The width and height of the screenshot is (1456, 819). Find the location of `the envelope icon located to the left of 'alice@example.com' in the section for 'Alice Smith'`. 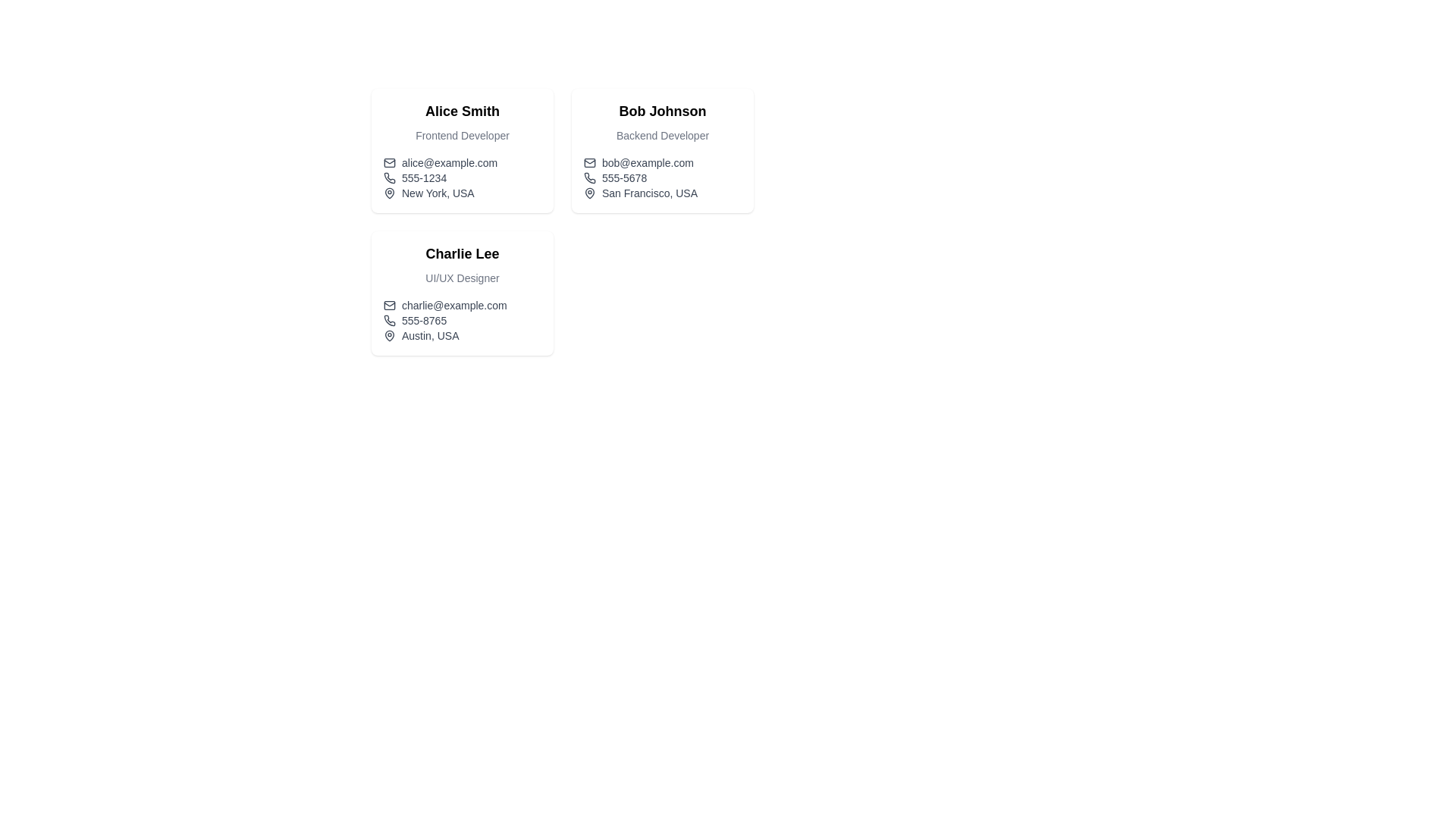

the envelope icon located to the left of 'alice@example.com' in the section for 'Alice Smith' is located at coordinates (389, 163).